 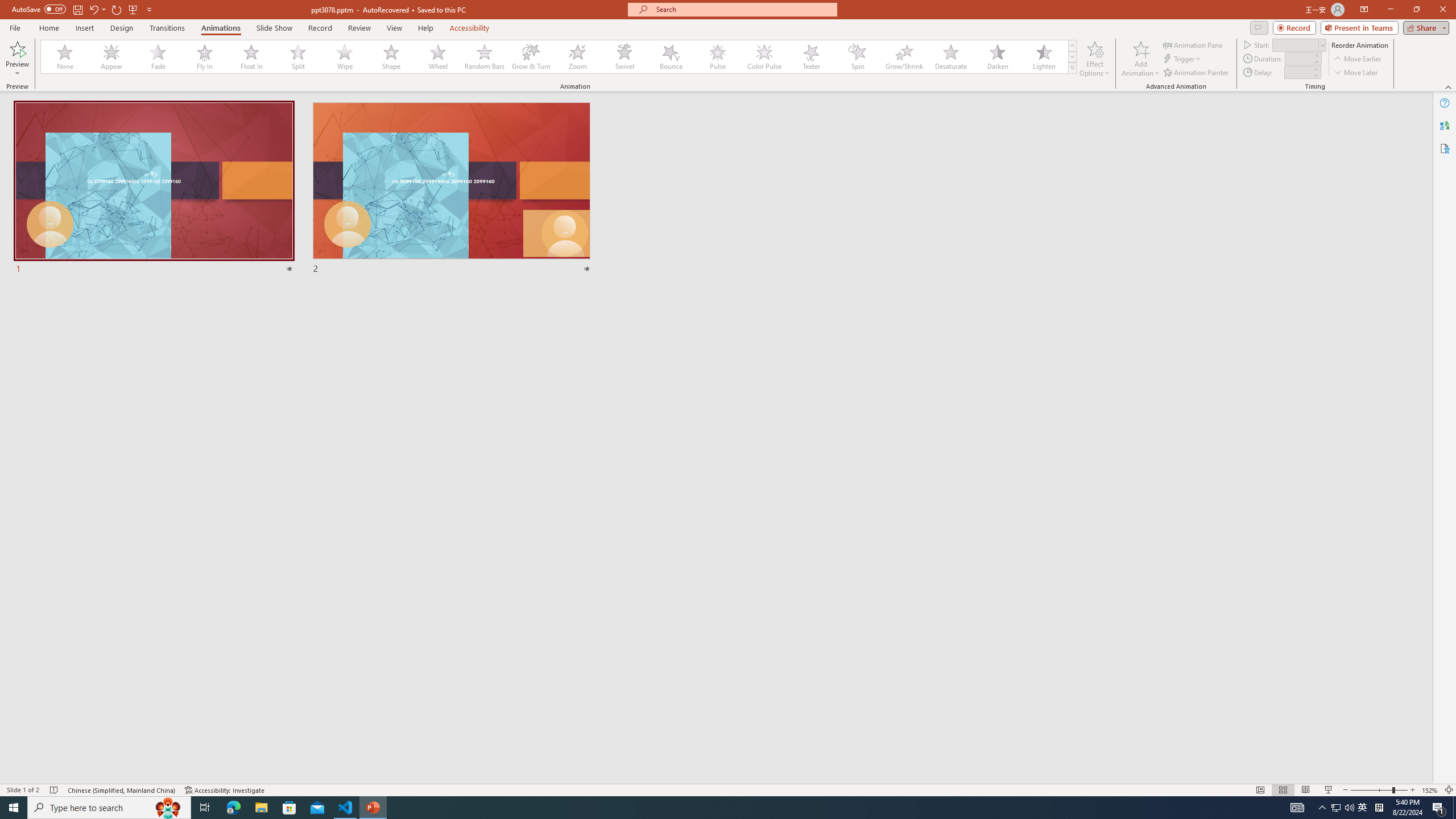 I want to click on 'Float In', so click(x=251, y=56).